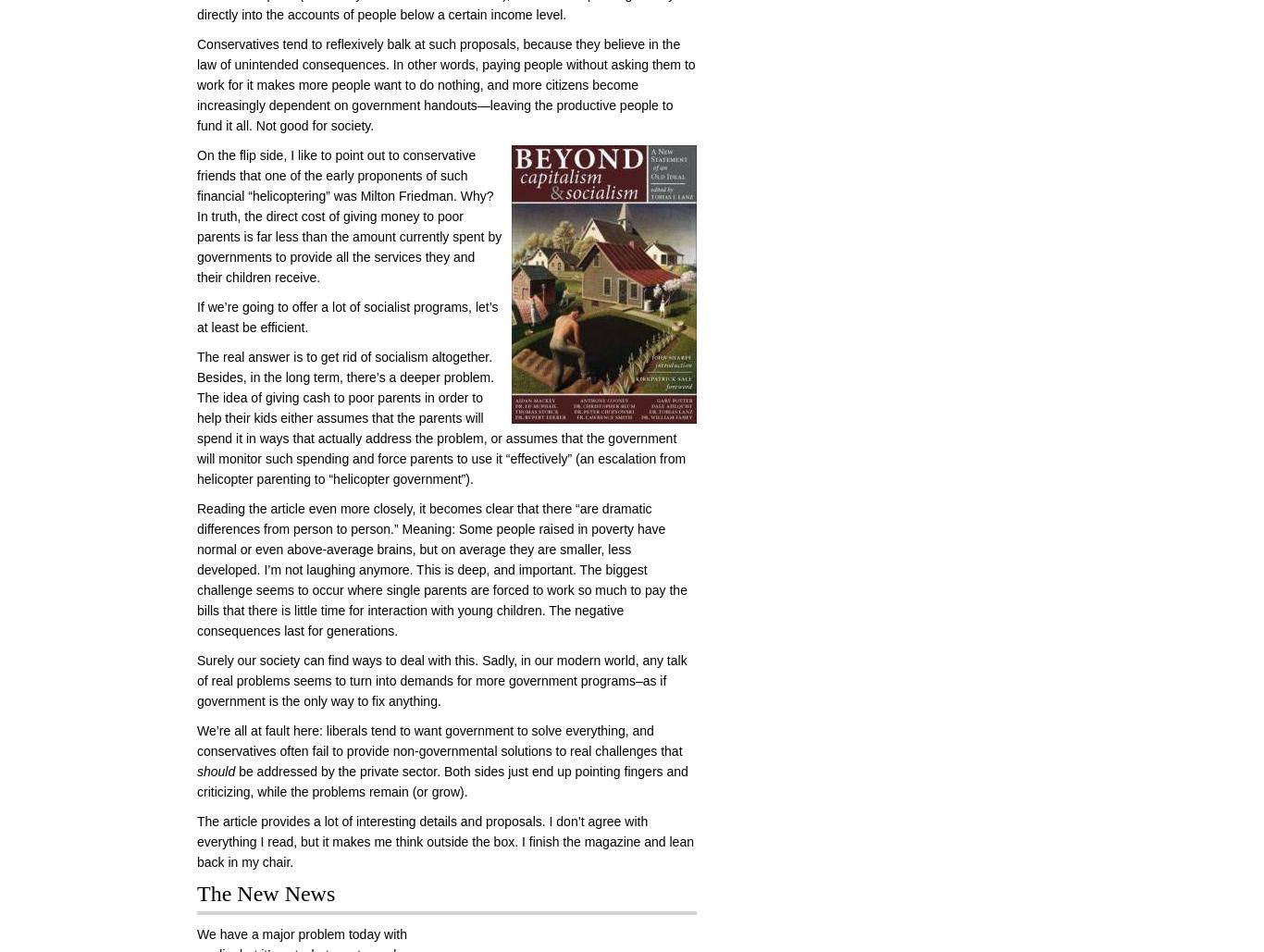  I want to click on 'The real answer is to get rid of socialism altogether. Besides, in the long term, there’s a deeper problem. The idea of giving cash to poor parents in order to help their kids either assumes that the parents will spend it in ways that actually address the problem, or assumes that the government will monitor such spending and force parents to use it “effectively” (an escalation from helicopter parenting to “helicopter government”).', so click(441, 418).